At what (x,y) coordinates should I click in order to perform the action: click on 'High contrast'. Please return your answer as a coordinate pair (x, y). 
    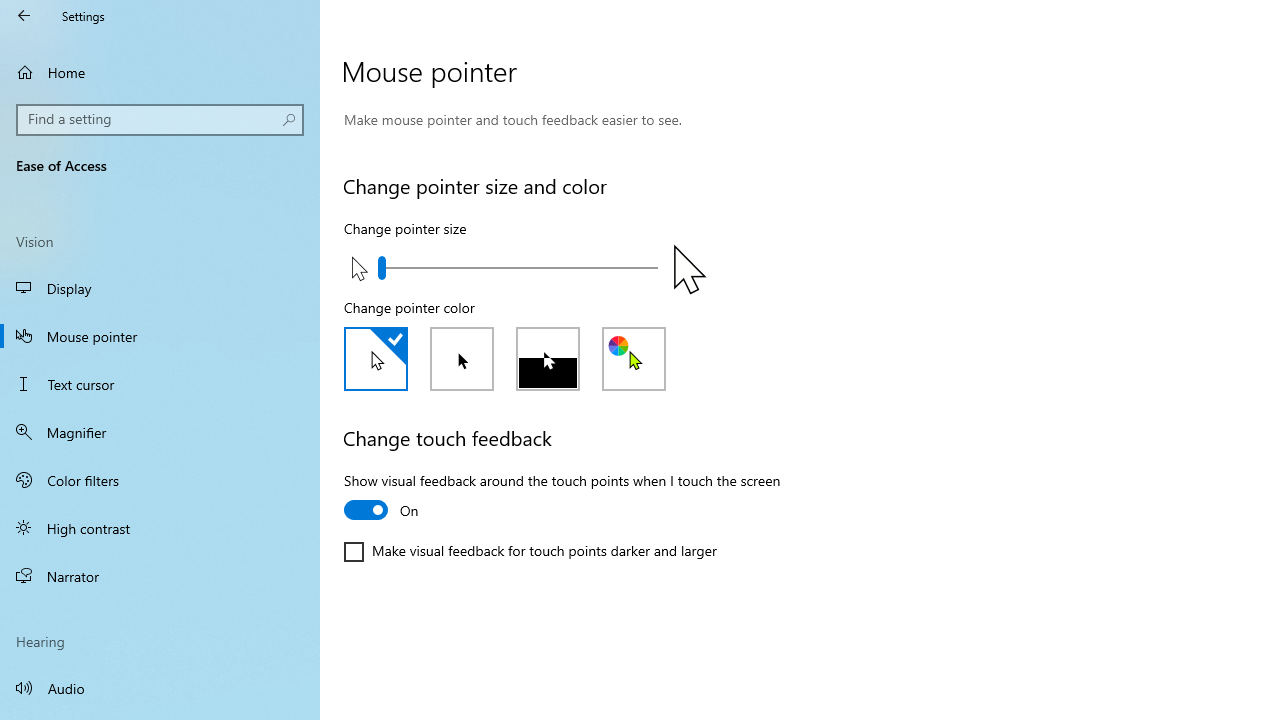
    Looking at the image, I should click on (160, 527).